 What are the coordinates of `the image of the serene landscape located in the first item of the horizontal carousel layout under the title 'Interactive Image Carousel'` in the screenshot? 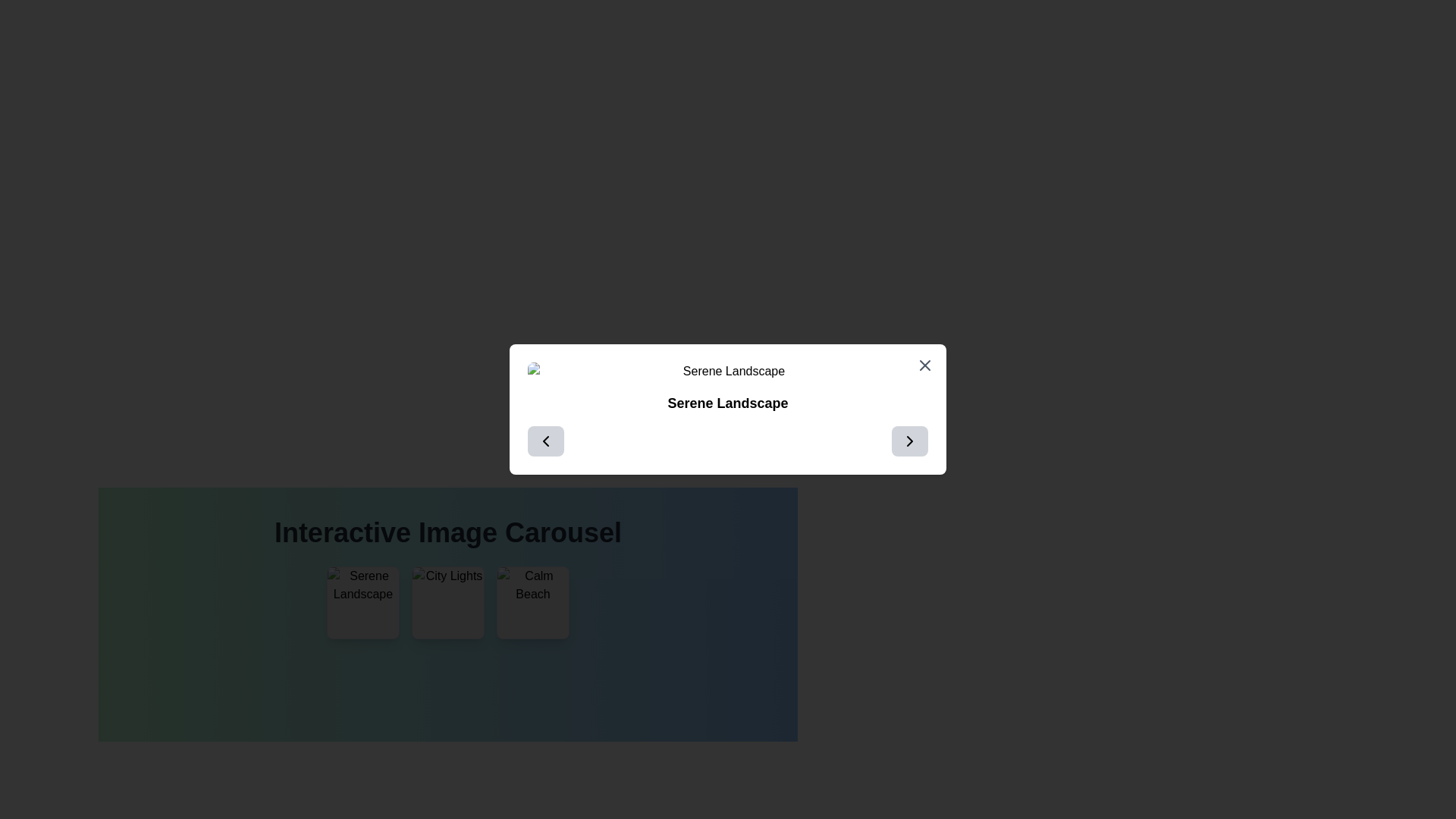 It's located at (362, 601).